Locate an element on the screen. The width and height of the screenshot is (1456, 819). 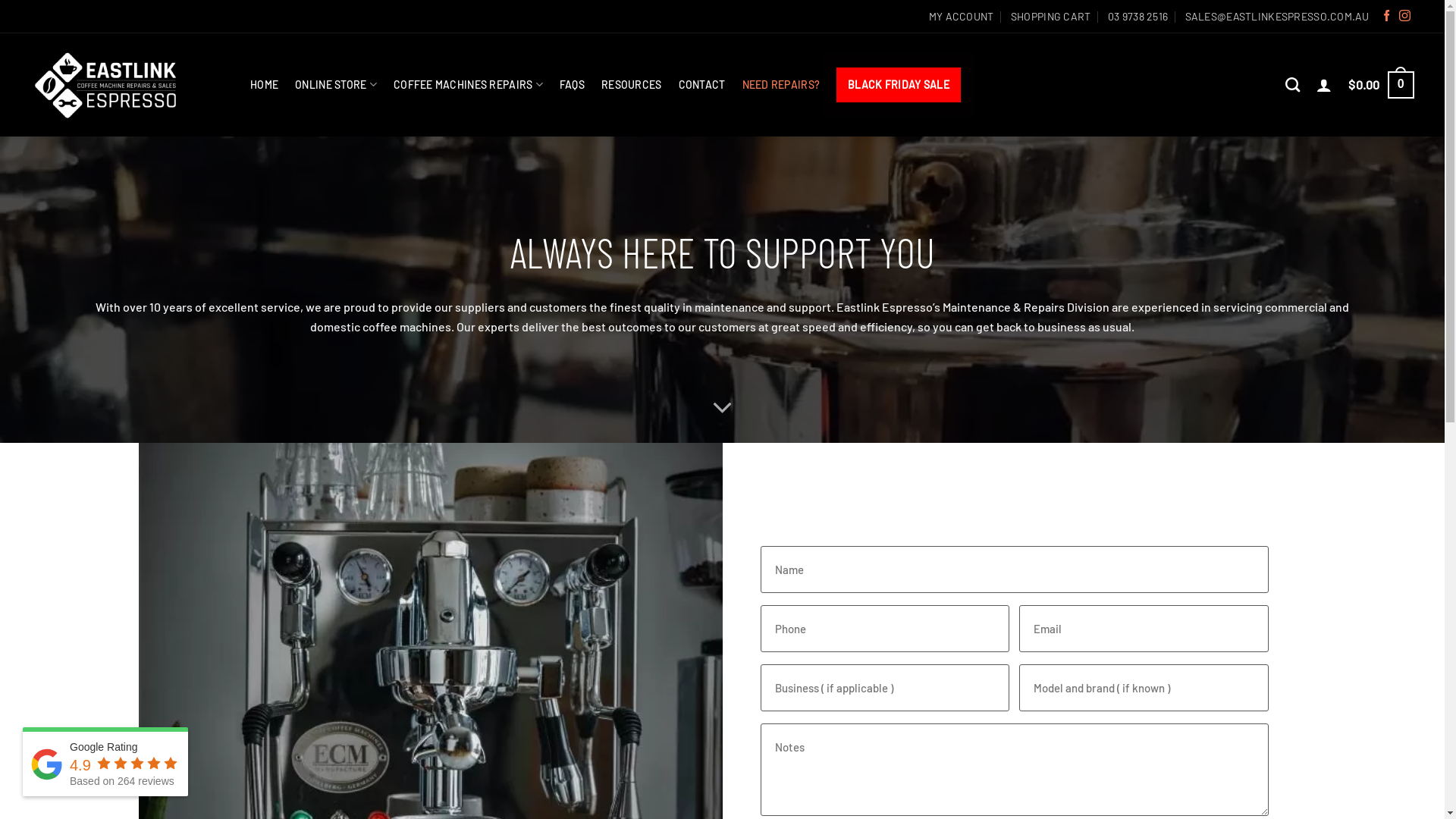
'SHOPPING CART' is located at coordinates (1011, 15).